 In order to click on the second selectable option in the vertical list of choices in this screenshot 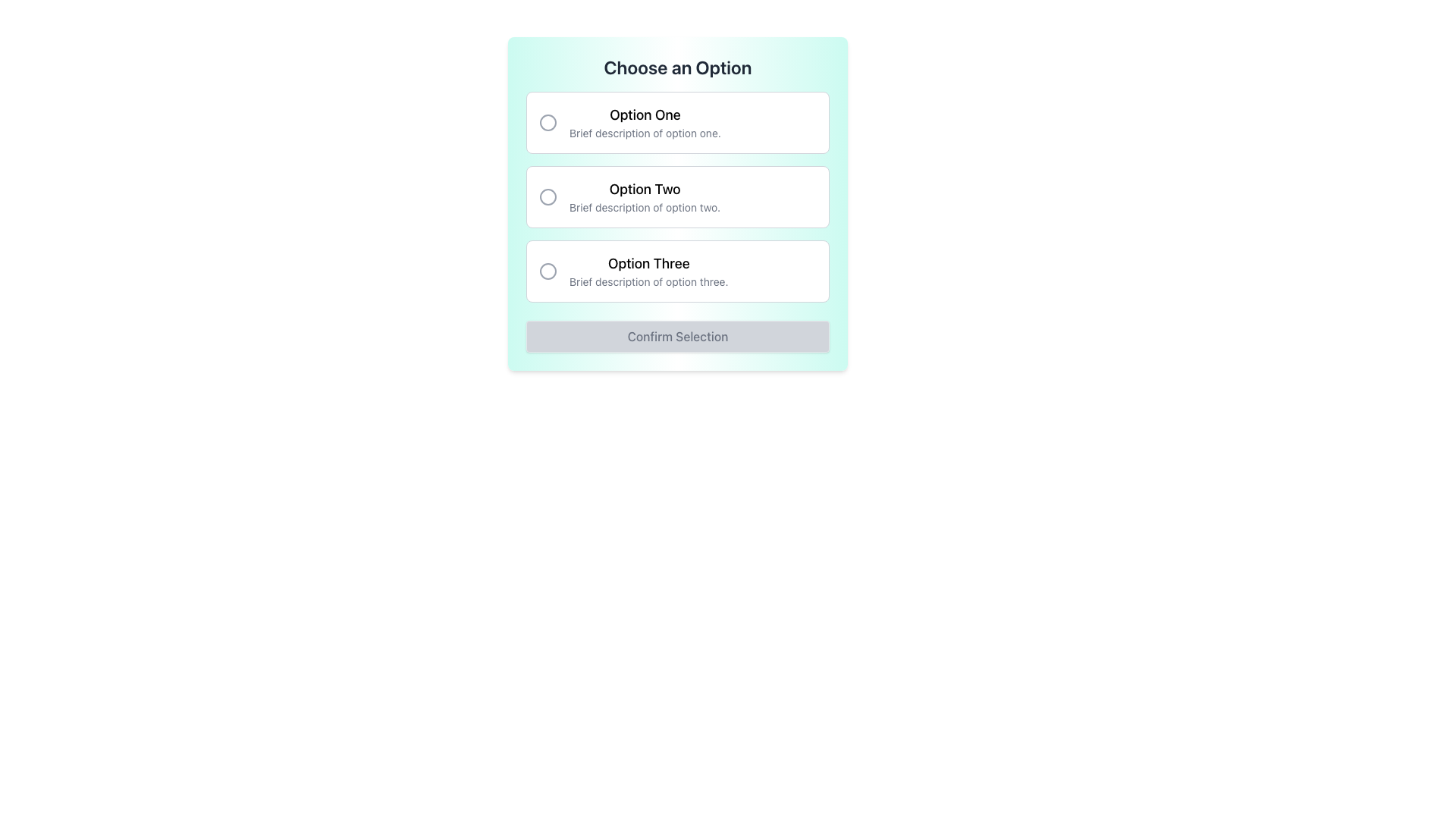, I will do `click(676, 196)`.